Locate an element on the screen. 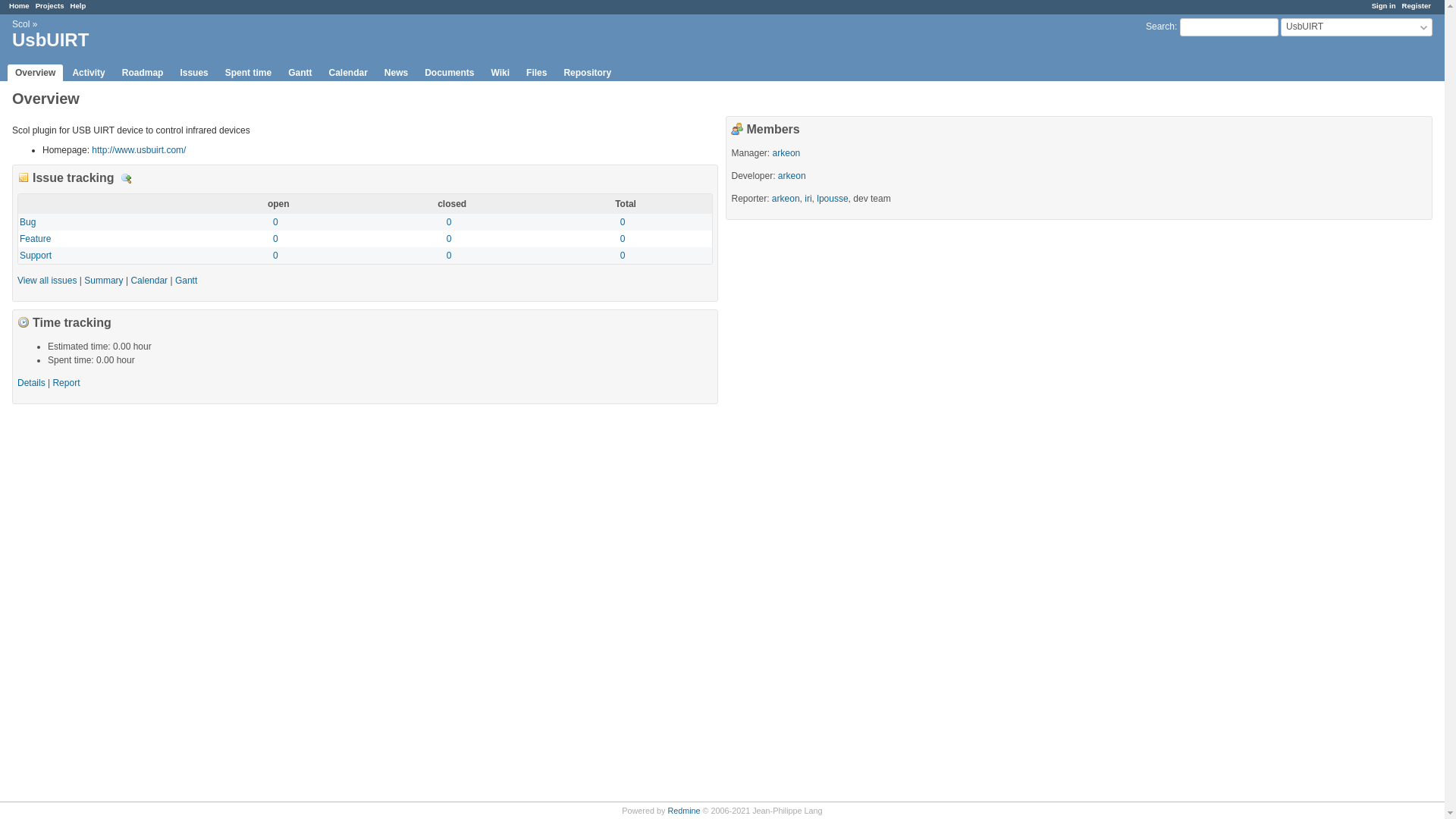 Image resolution: width=1456 pixels, height=819 pixels. 'Register' is located at coordinates (1401, 5).